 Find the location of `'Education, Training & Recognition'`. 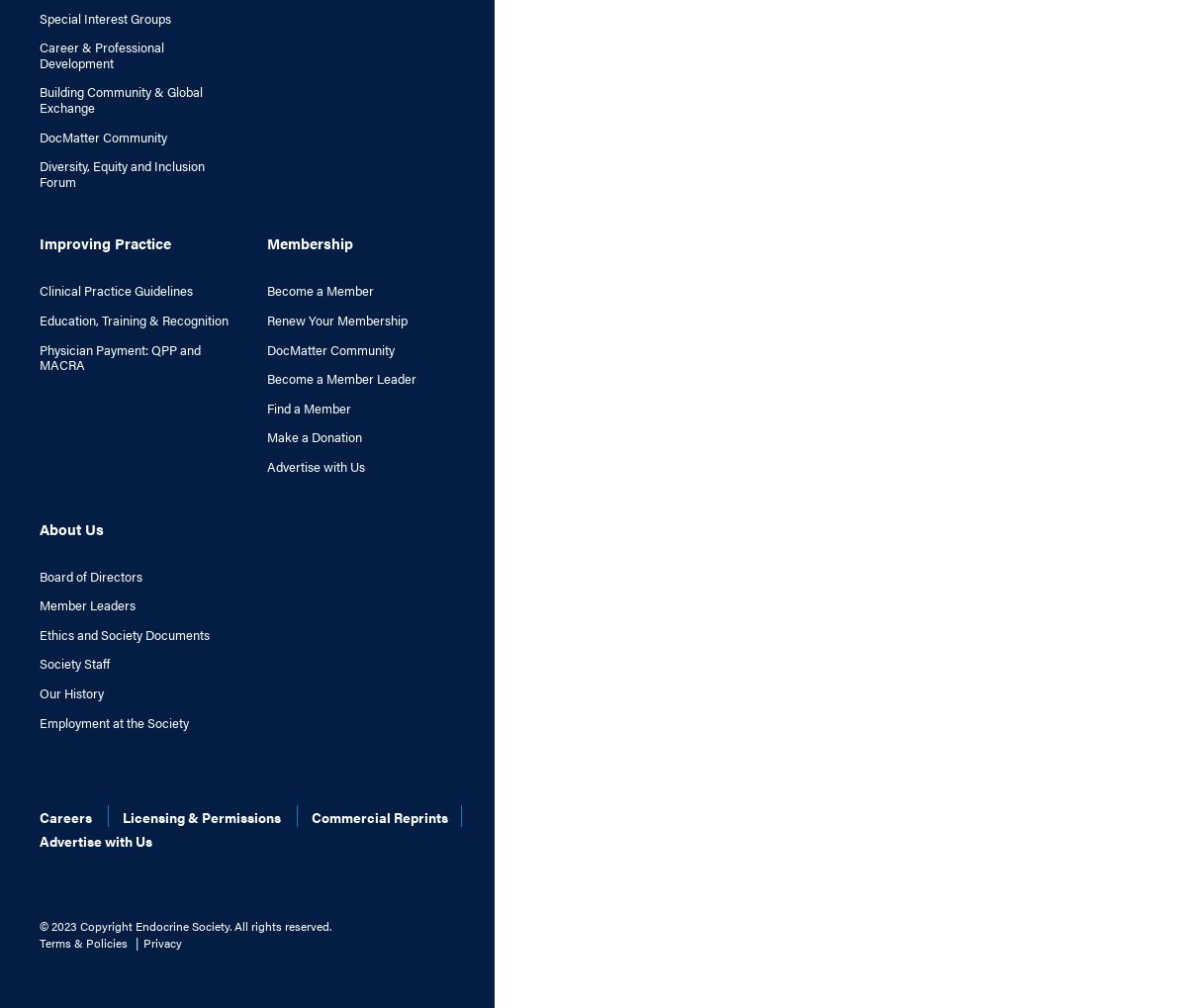

'Education, Training & Recognition' is located at coordinates (133, 319).